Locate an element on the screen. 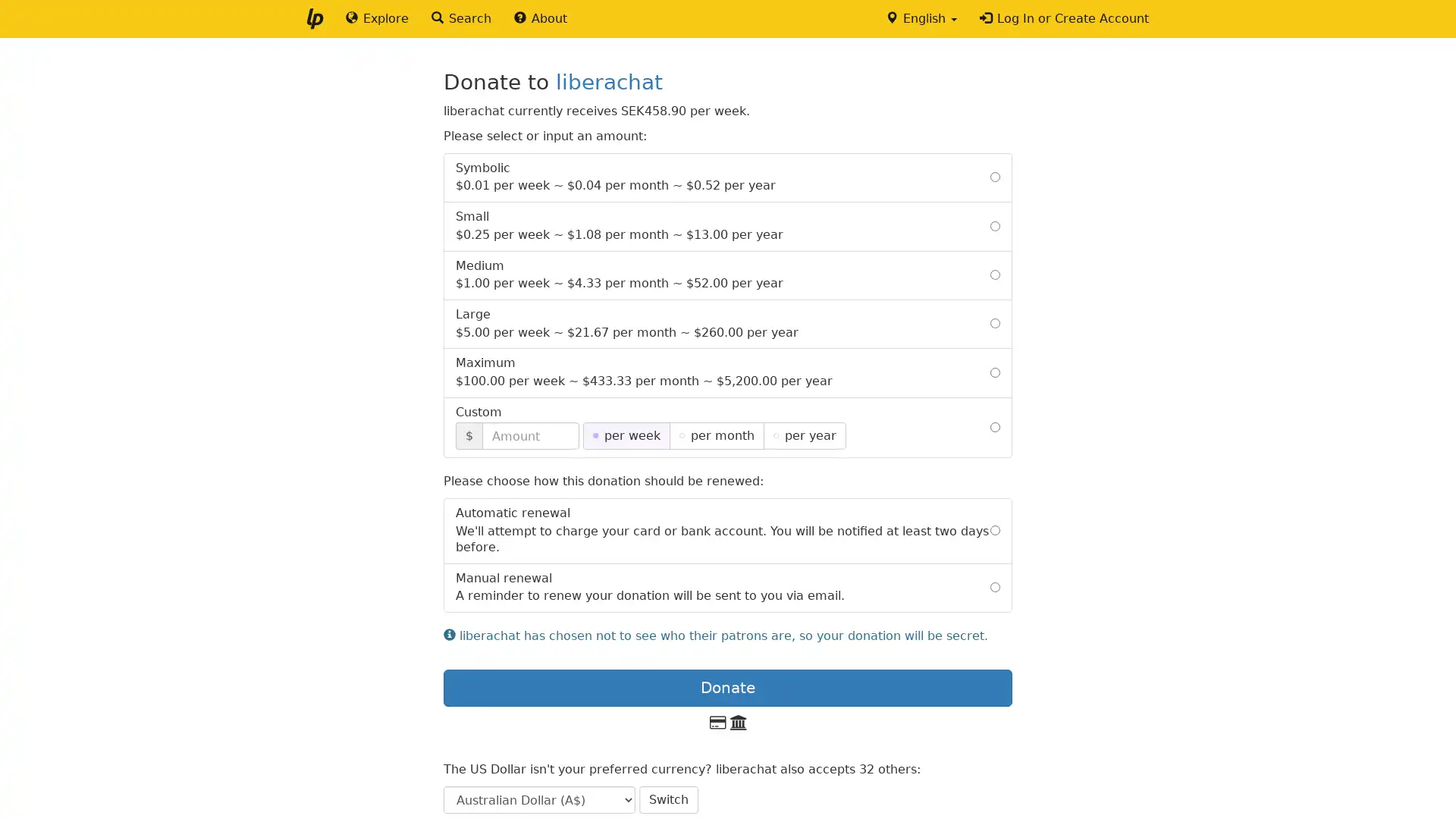 This screenshot has width=1456, height=819. Switch is located at coordinates (668, 799).